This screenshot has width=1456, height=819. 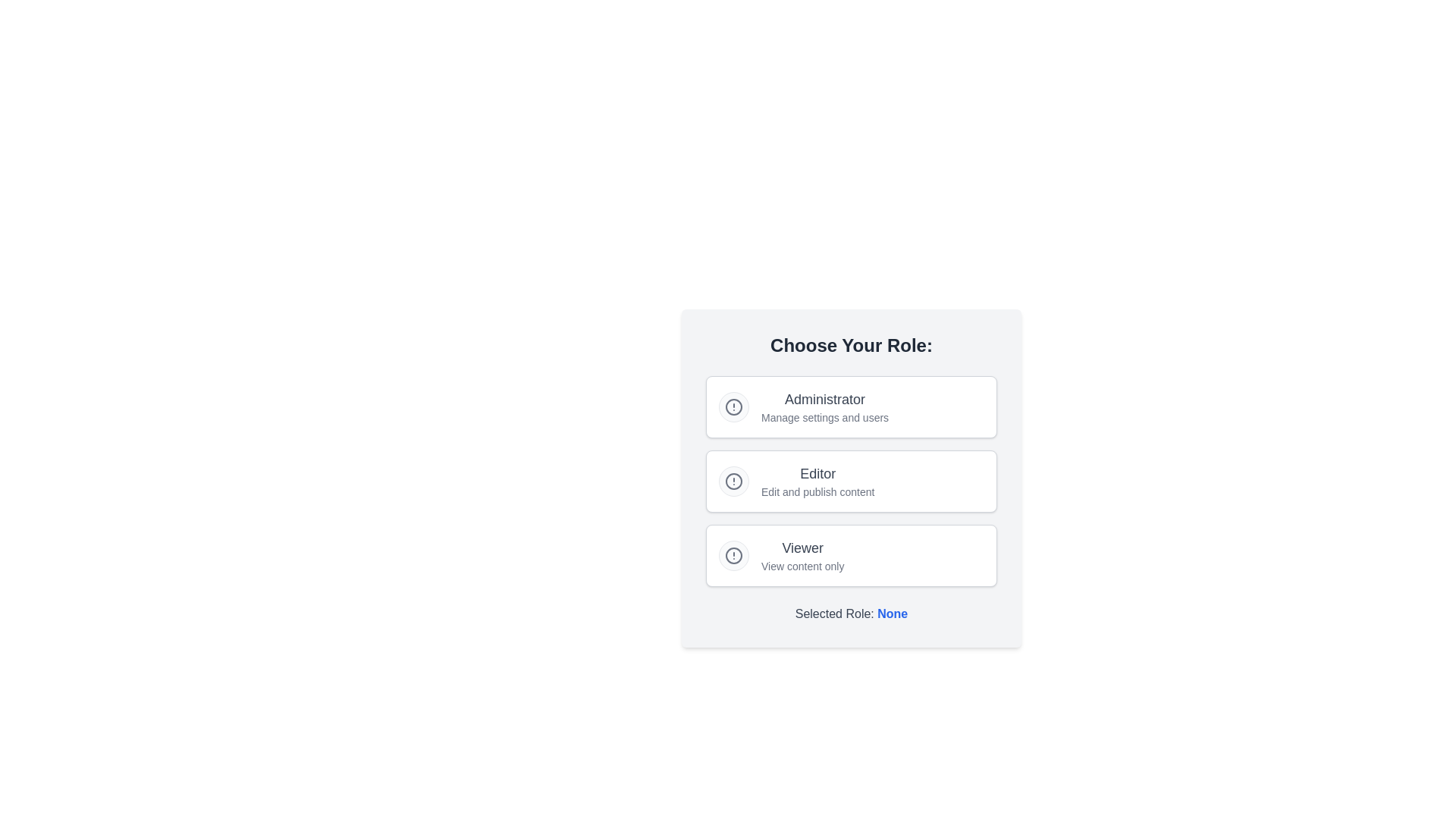 What do you see at coordinates (802, 548) in the screenshot?
I see `the 'Viewer' Text Label, which is a bold, gray-colored text displayed prominently within the 'Choose Your Role' selection list, positioned above the smaller text 'View content only'` at bounding box center [802, 548].